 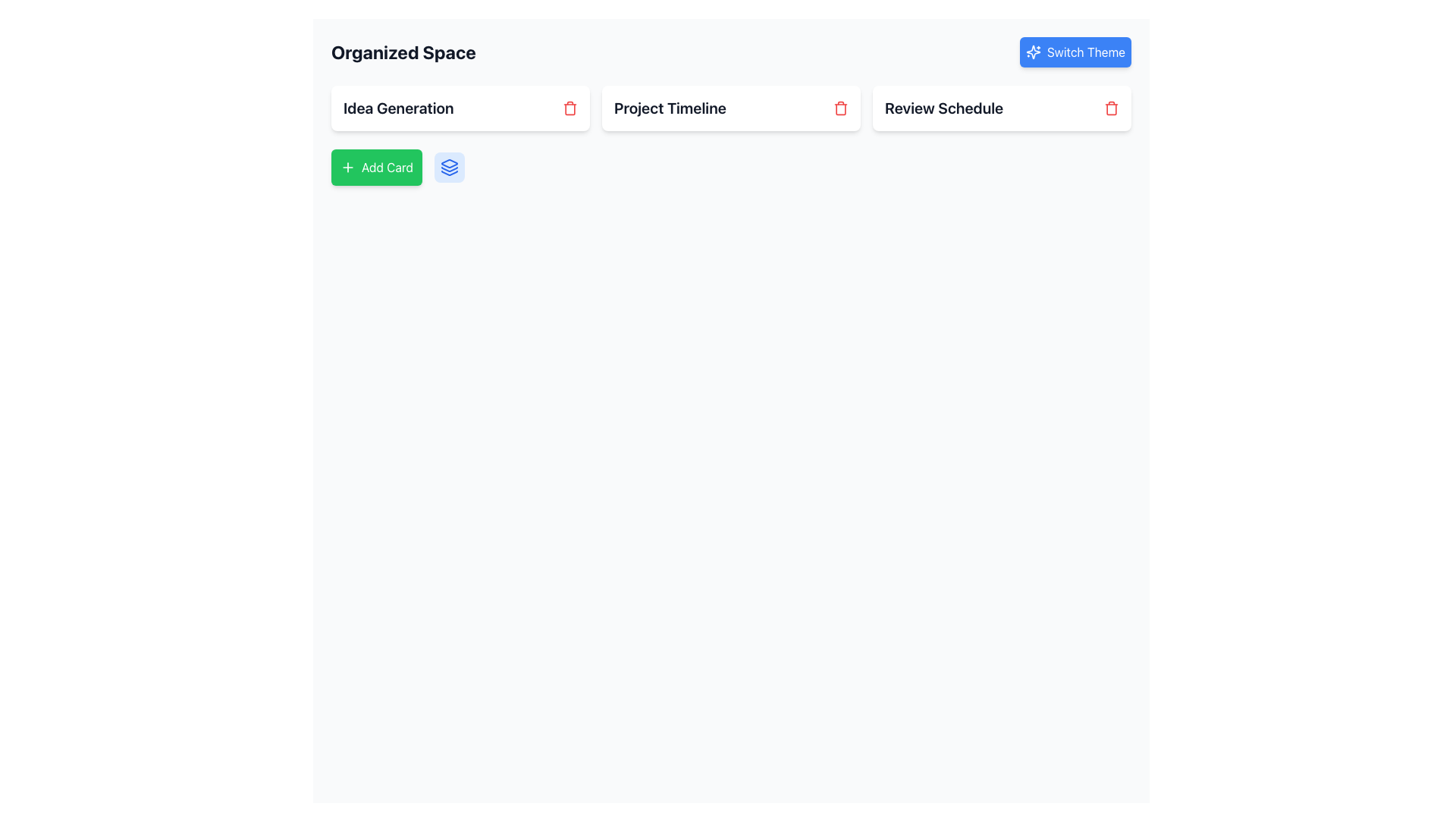 I want to click on to select the 'Project Timeline' card element, which serves as a selectable and deletable card in the grid layout, so click(x=731, y=107).